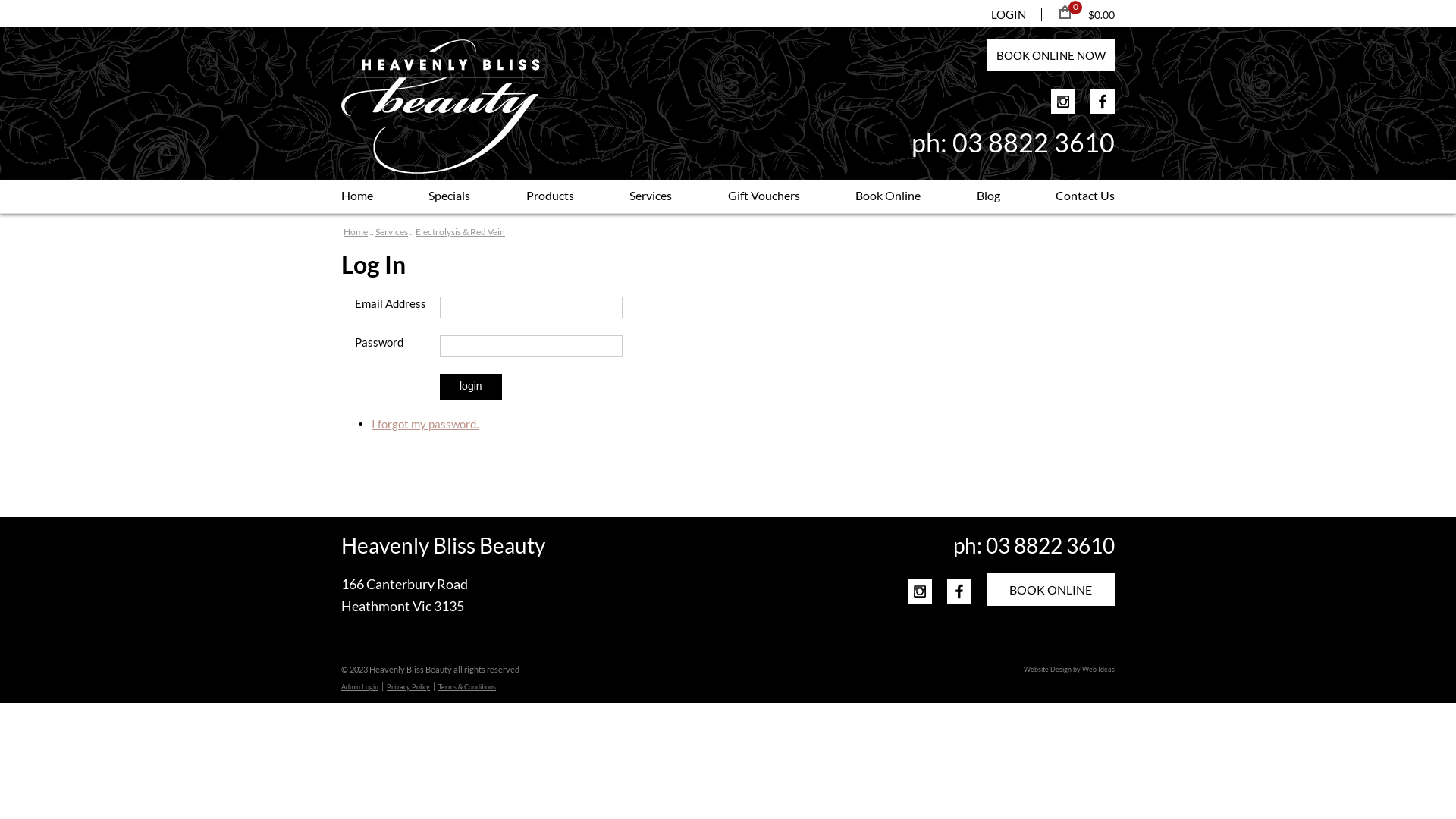  What do you see at coordinates (1068, 668) in the screenshot?
I see `'Website Design by Web Ideas'` at bounding box center [1068, 668].